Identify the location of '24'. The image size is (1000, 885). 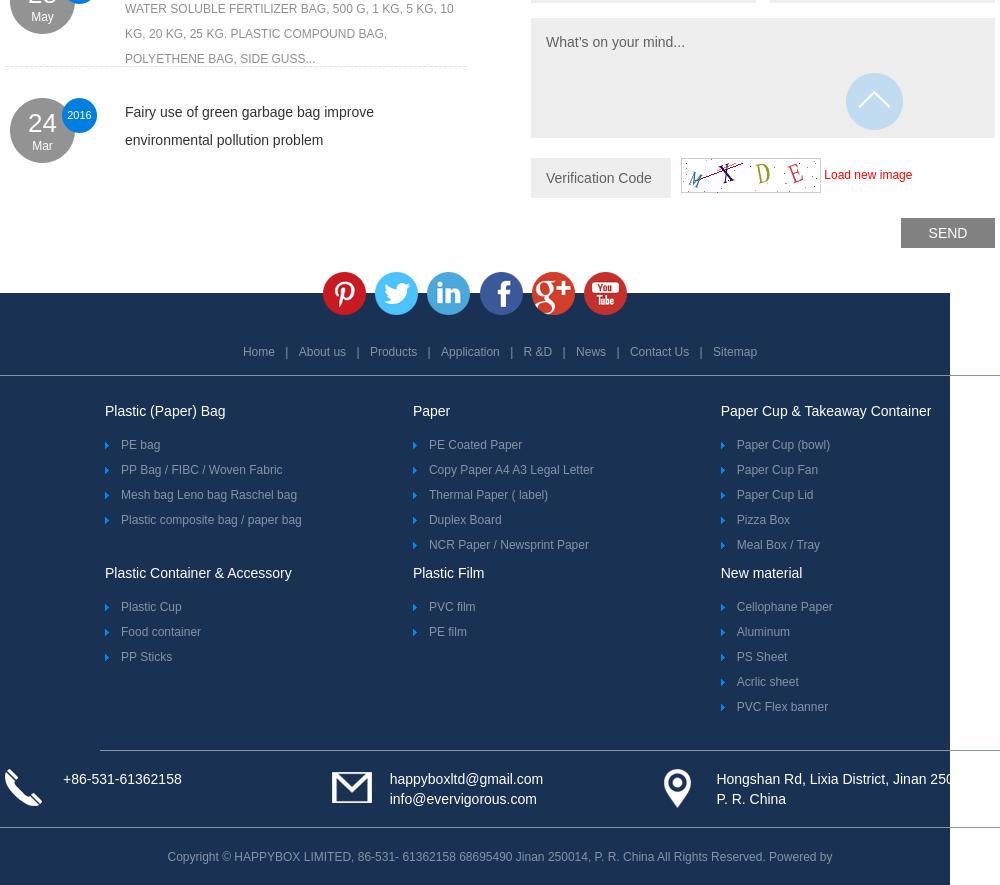
(42, 122).